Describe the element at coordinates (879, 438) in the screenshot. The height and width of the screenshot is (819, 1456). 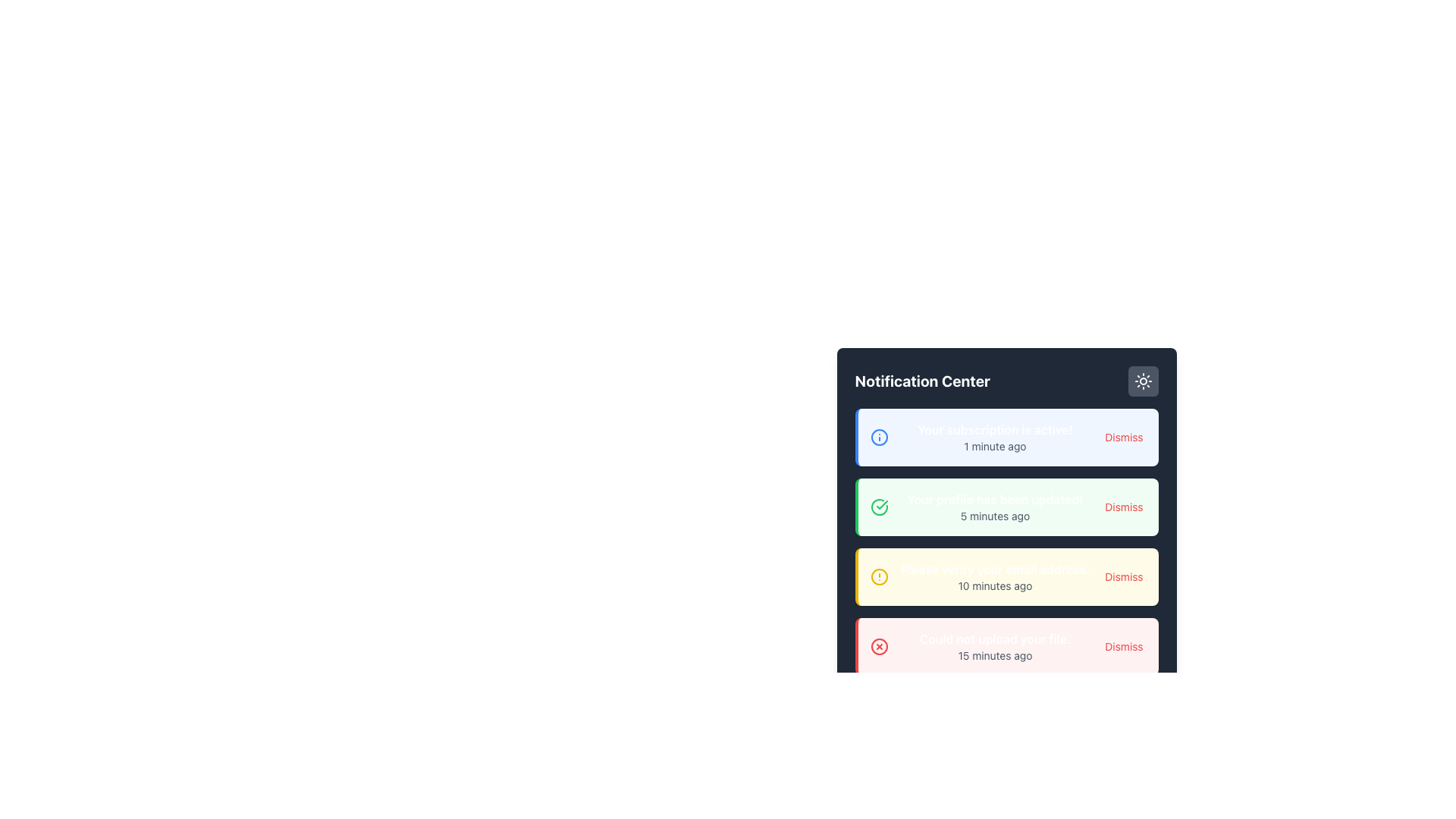
I see `the outer boundary circle of the information symbol located at the top-right corner of the notification center's header bar` at that location.